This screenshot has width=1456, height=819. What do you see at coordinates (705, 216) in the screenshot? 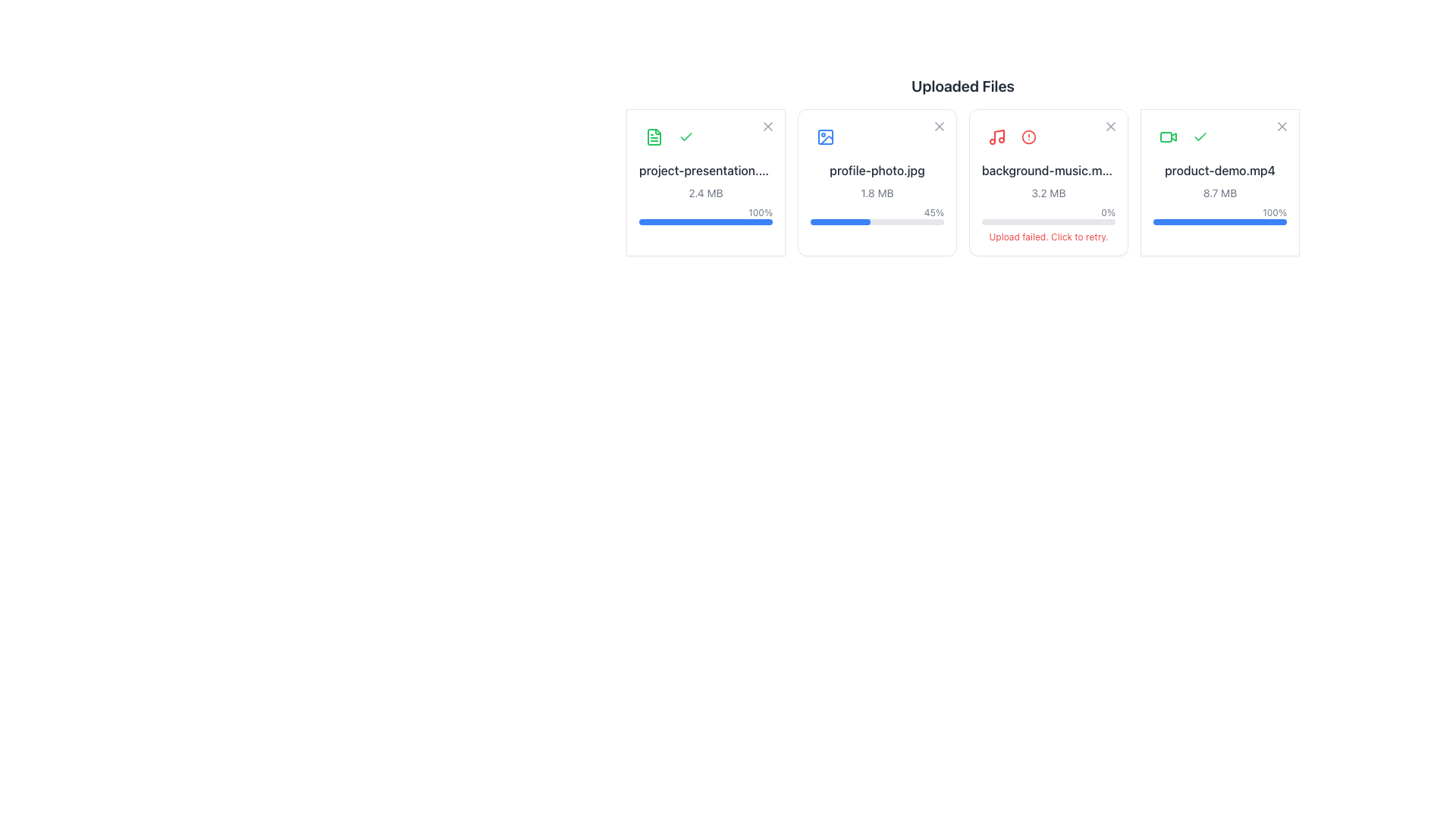
I see `the progress bar indicating 100% completion for the file 'project-presentation.pdf', located below the text '2.4 MB'` at bounding box center [705, 216].